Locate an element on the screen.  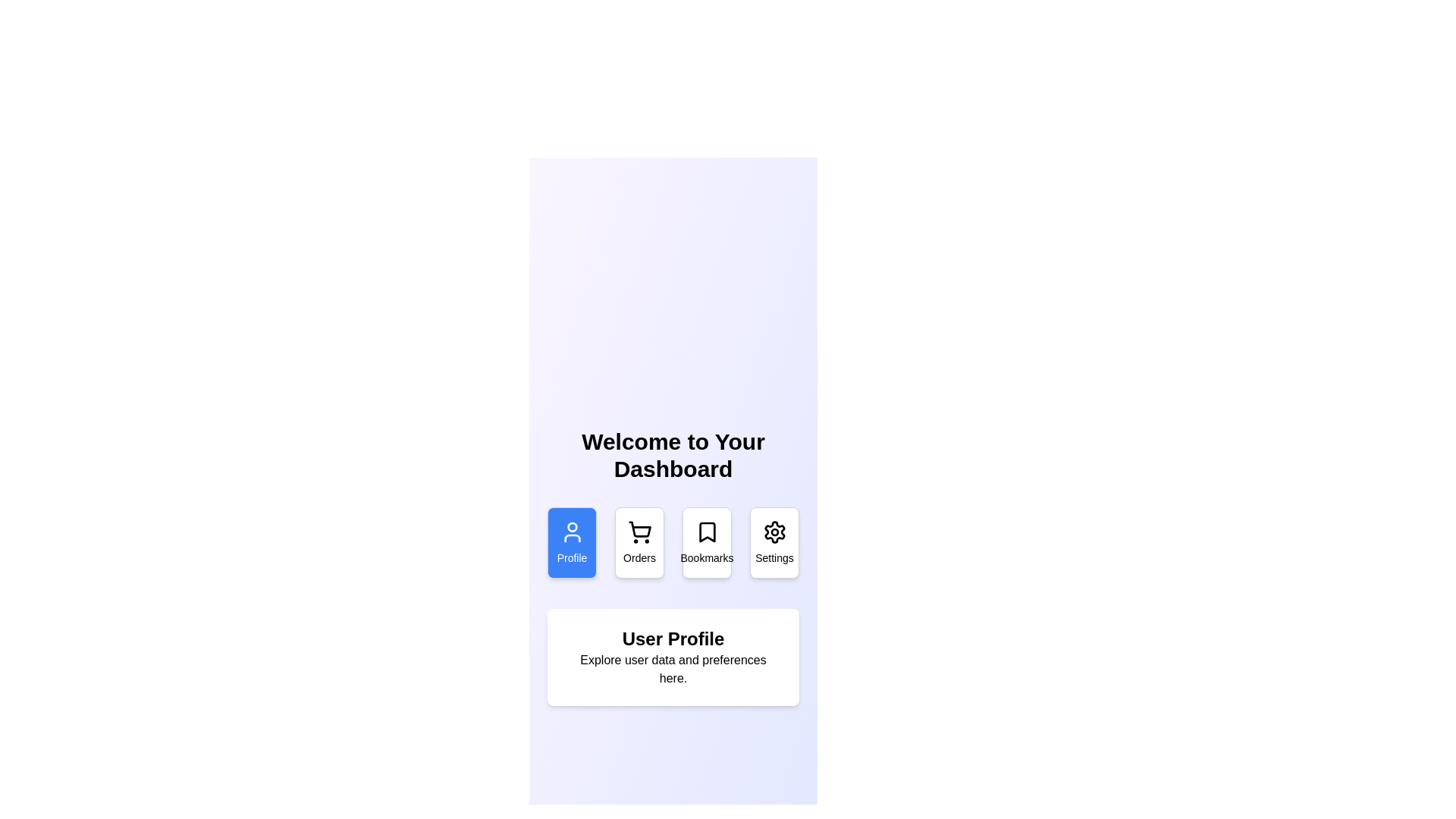
the graphical decorative element inside the 'Profile' button of the dashboard interface, which accentuates the user icon's design is located at coordinates (571, 526).